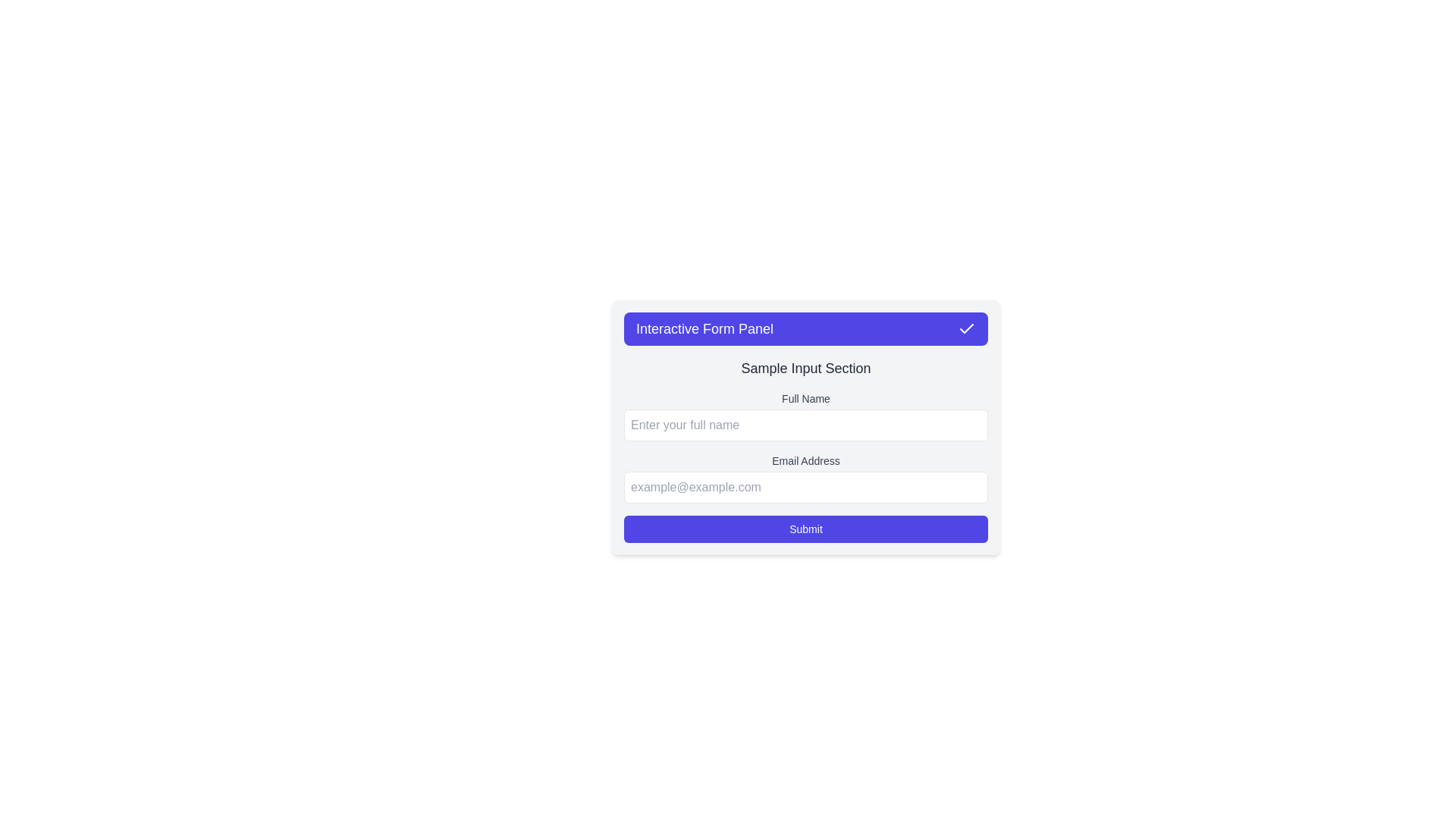 This screenshot has width=1456, height=819. Describe the element at coordinates (966, 328) in the screenshot. I see `the checkmark icon located at the top-right corner of the 'Interactive Form Panel' header, which indicates completion or confirmation` at that location.